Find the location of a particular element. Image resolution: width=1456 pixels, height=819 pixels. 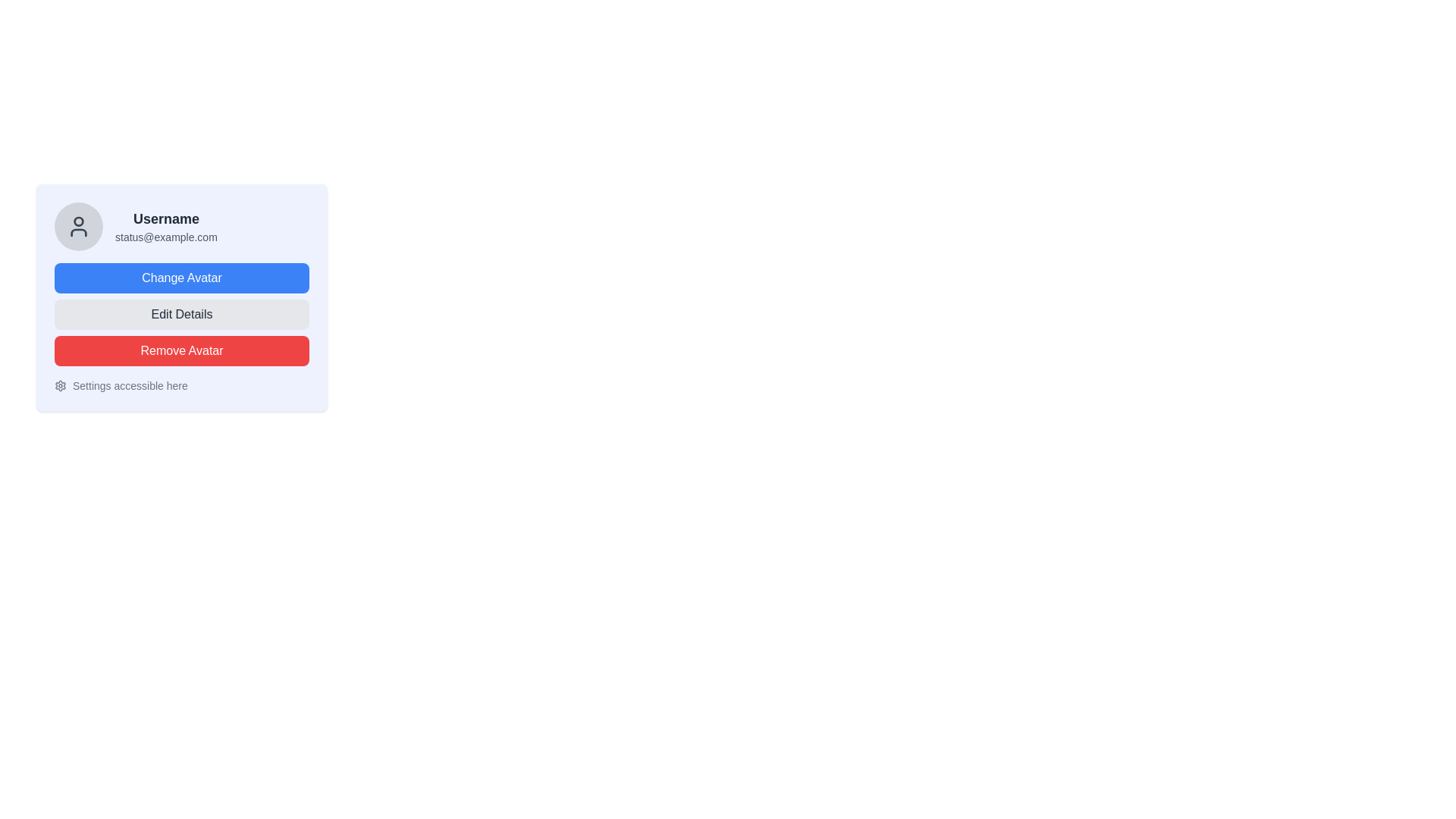

the descriptive label indicating 'Settings accessible here', which is aligned with the gear icon in the profile settings interface is located at coordinates (130, 385).